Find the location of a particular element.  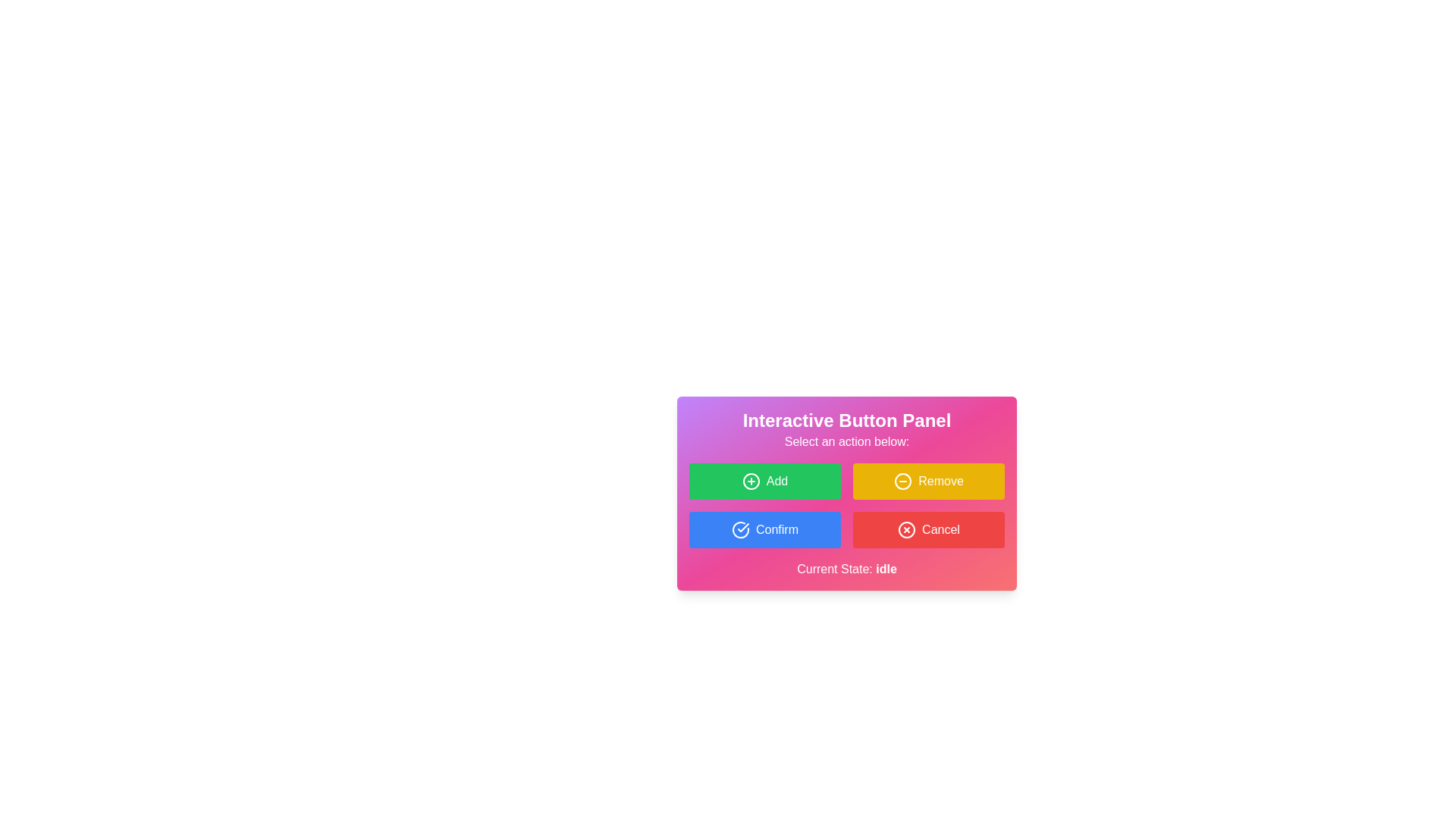

the confirm action button located in the bottom-left position of the grid layout, below the 'Add' button and to the left of the 'Cancel' button is located at coordinates (764, 529).